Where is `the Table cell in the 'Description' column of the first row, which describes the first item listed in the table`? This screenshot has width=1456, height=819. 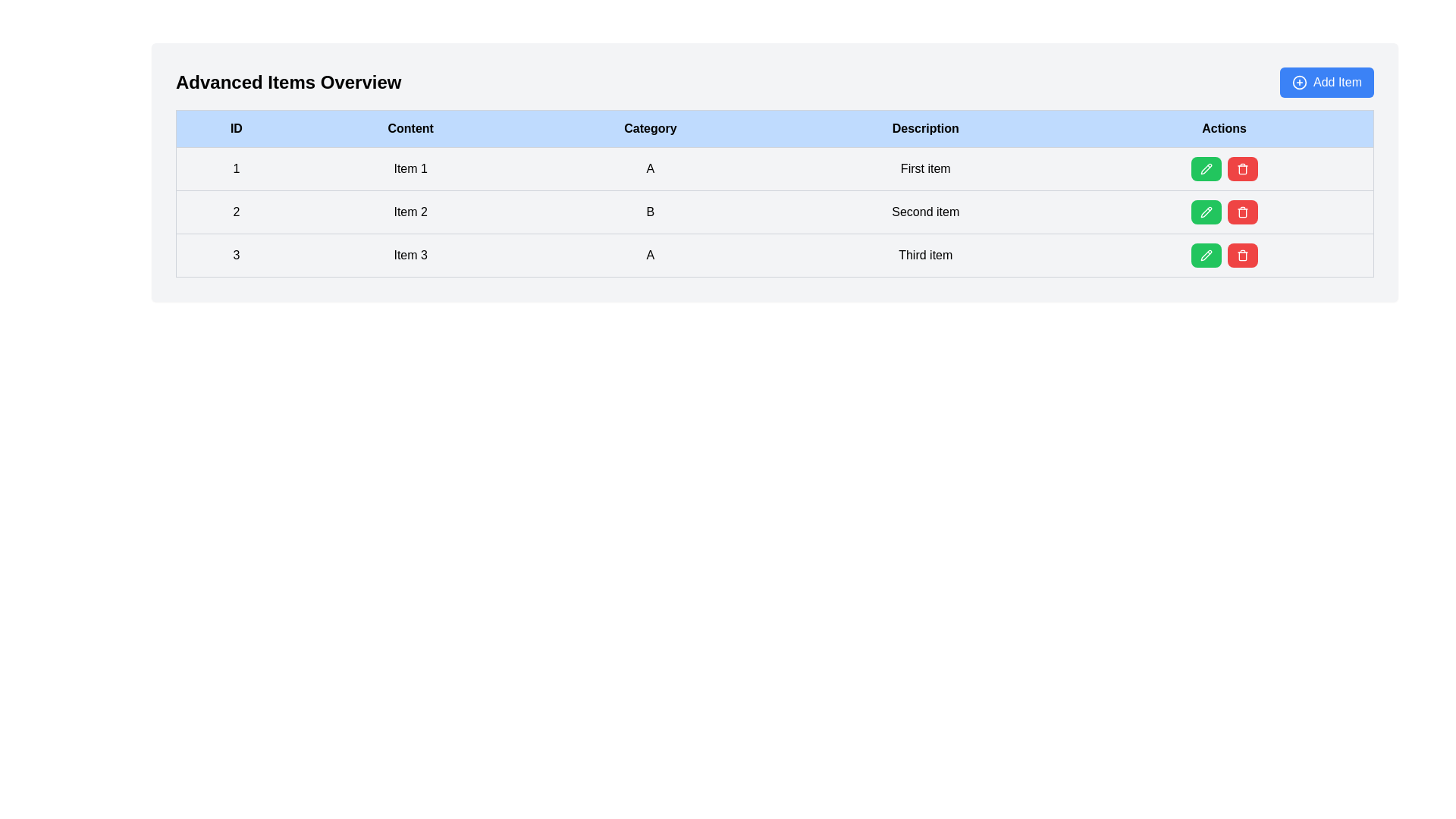 the Table cell in the 'Description' column of the first row, which describes the first item listed in the table is located at coordinates (924, 169).